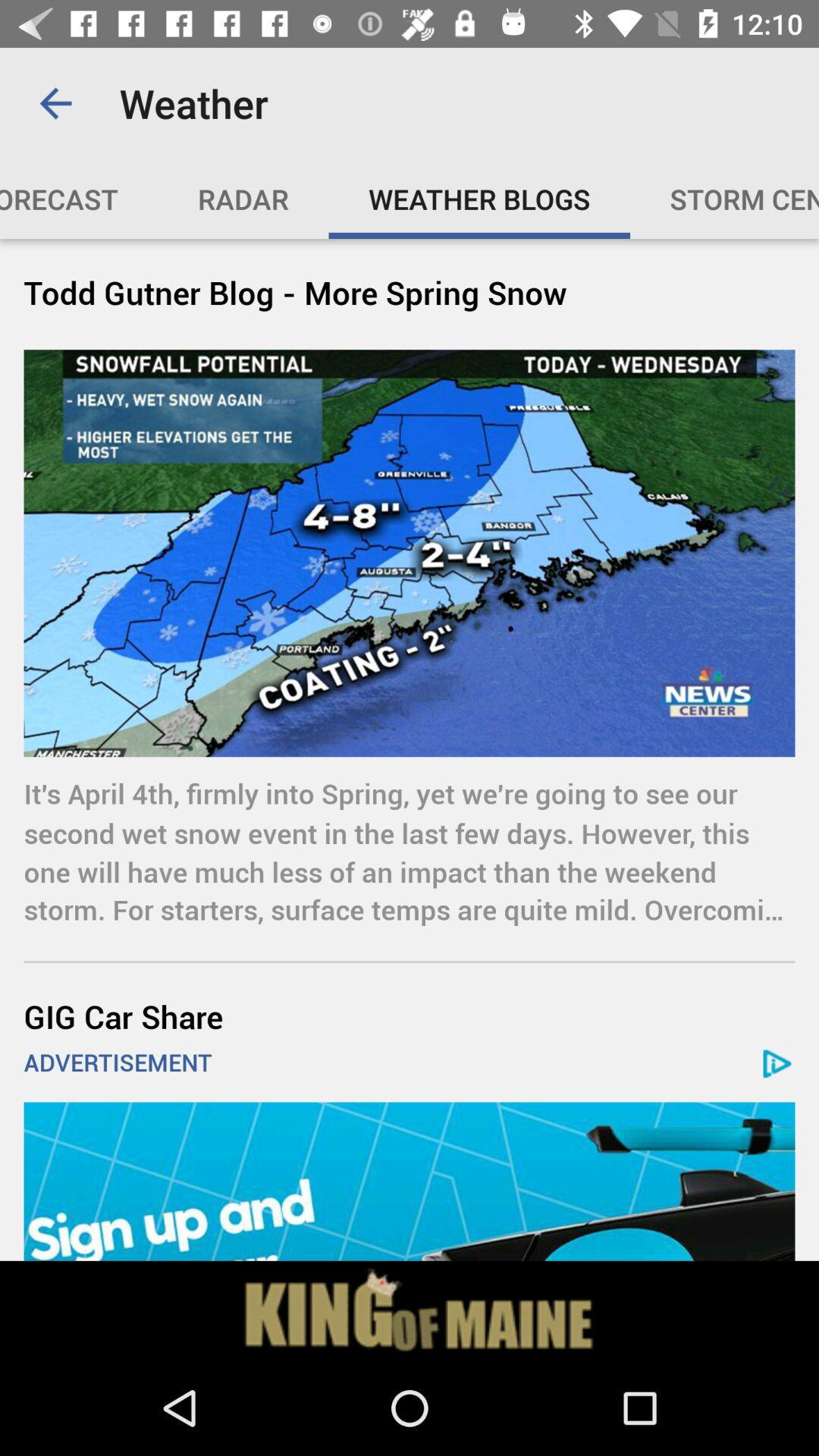 The height and width of the screenshot is (1456, 819). Describe the element at coordinates (409, 1016) in the screenshot. I see `icon below the it s april item` at that location.